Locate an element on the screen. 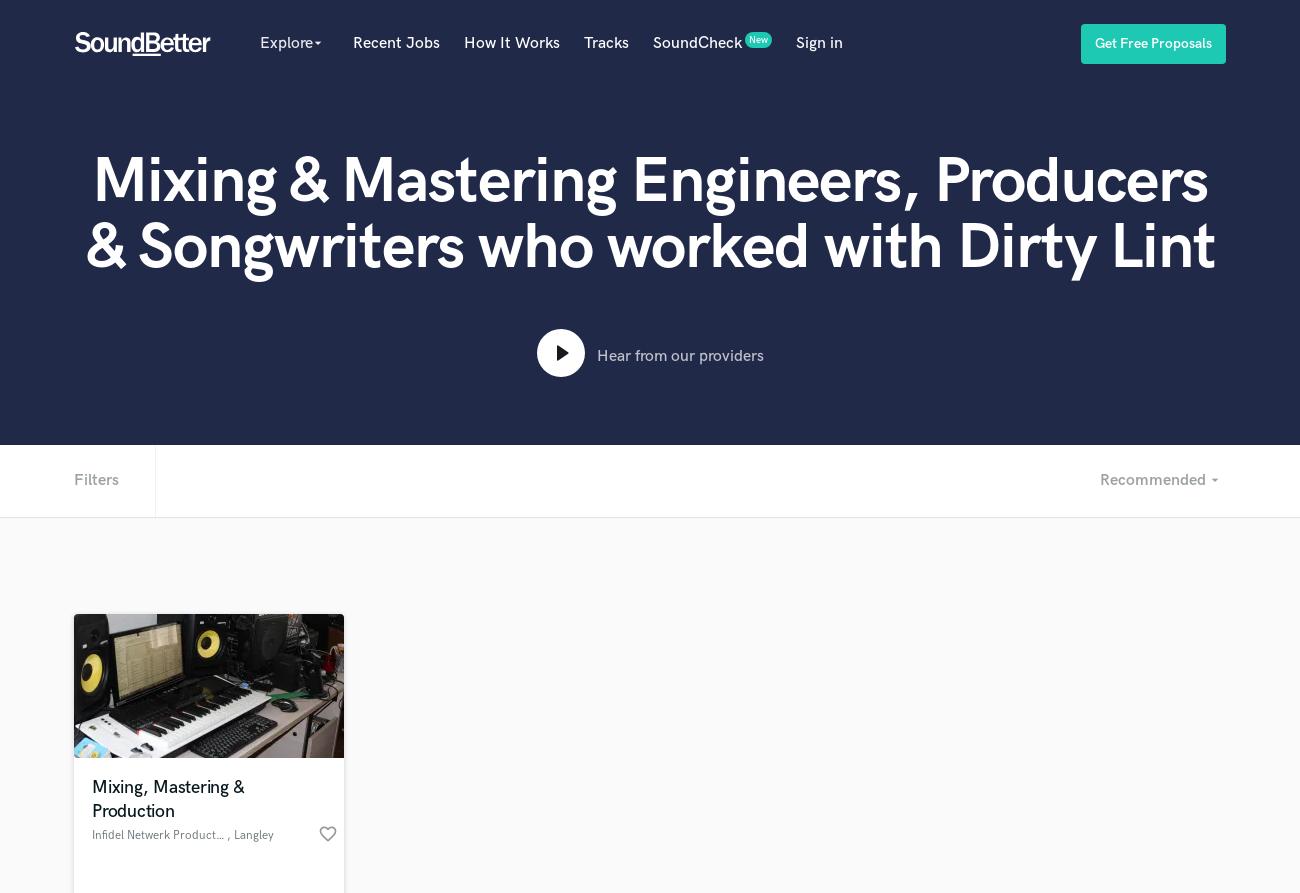  'Editing' is located at coordinates (521, 647).